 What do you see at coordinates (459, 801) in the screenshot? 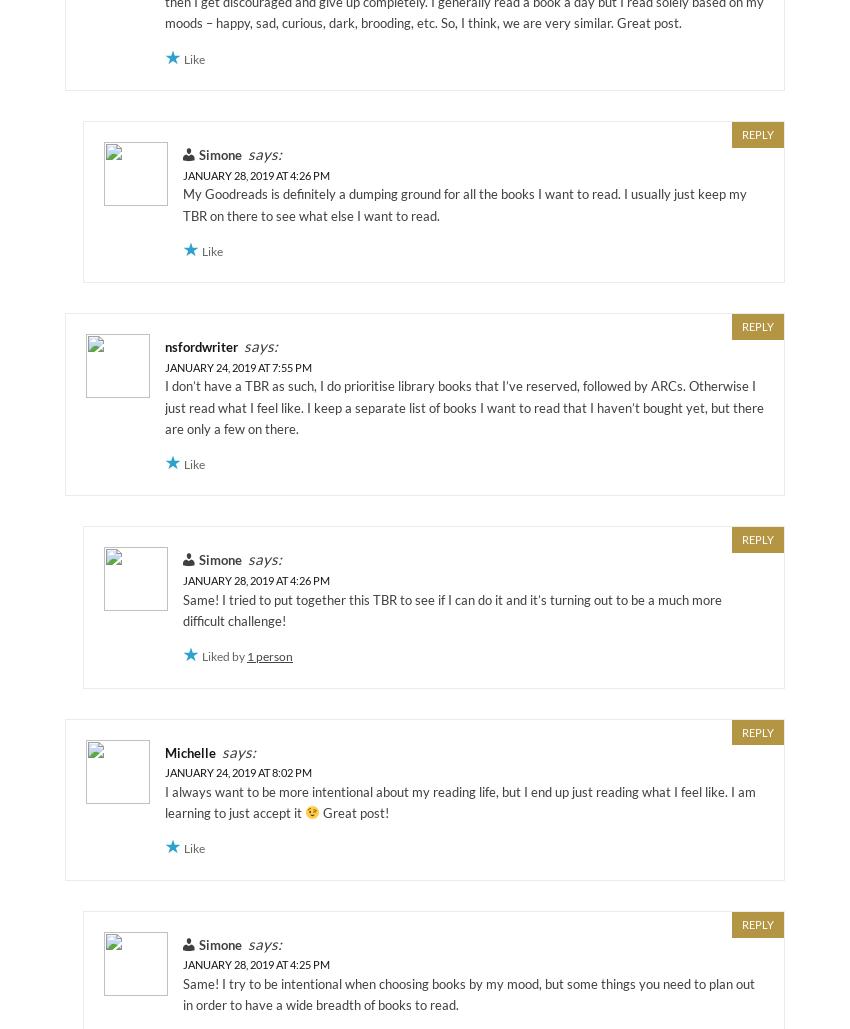
I see `'I always want to be more intentional about my reading life, but I end up just reading what I feel like. I am learning to just accept it'` at bounding box center [459, 801].